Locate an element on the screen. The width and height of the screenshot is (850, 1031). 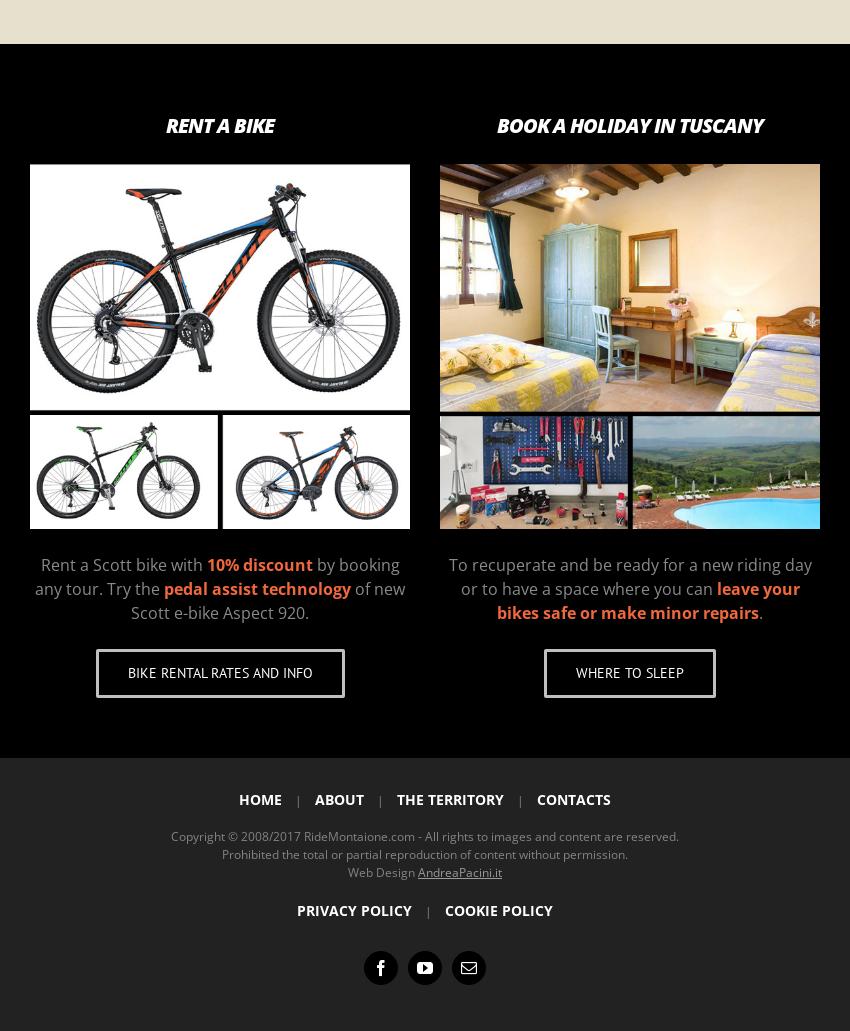
'Where to sleep' is located at coordinates (629, 672).